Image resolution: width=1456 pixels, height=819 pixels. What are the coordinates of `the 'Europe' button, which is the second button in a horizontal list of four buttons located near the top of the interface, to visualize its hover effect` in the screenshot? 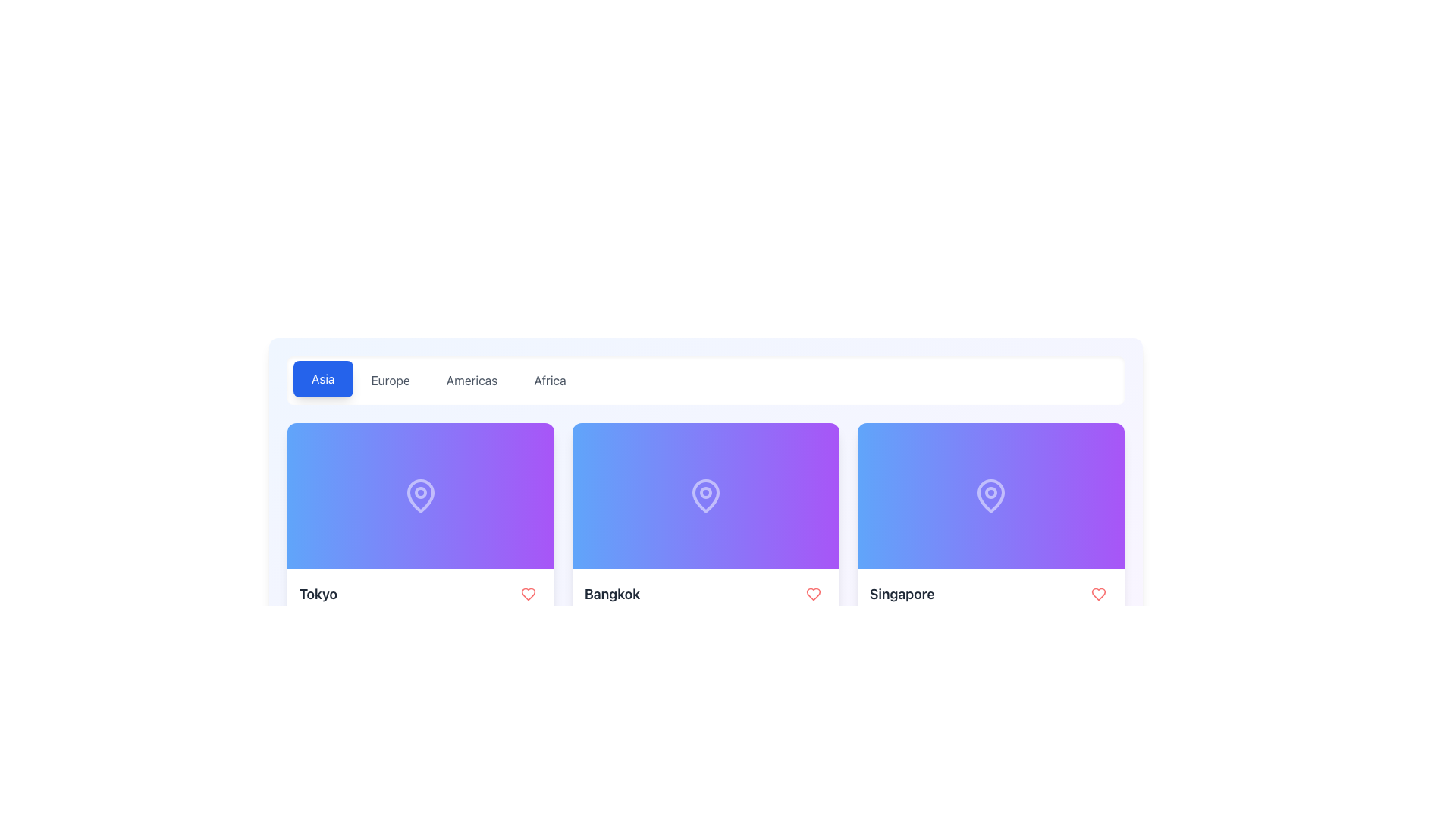 It's located at (391, 379).